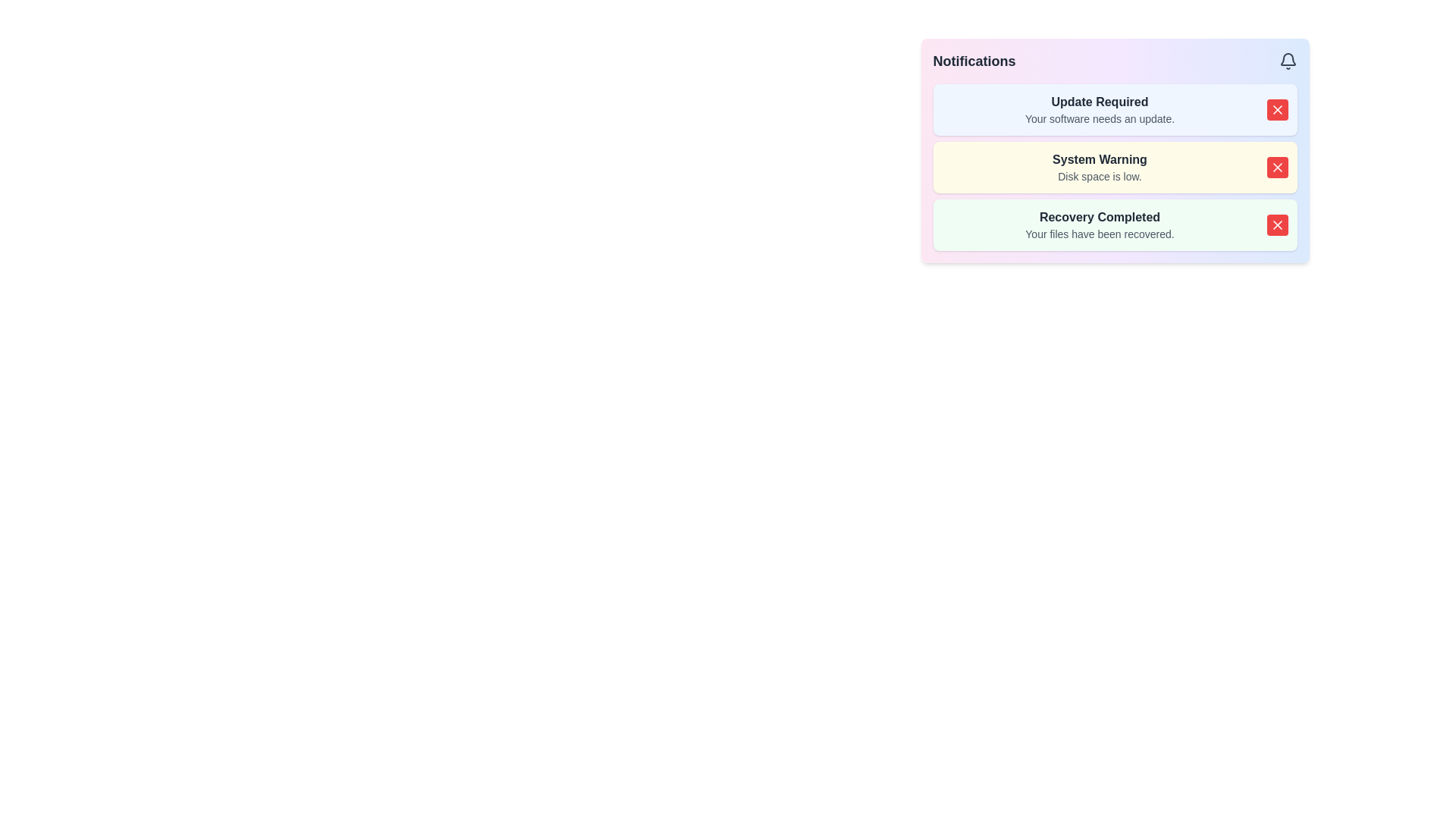 The width and height of the screenshot is (1456, 819). Describe the element at coordinates (1276, 225) in the screenshot. I see `the close button of the 'Recovery Completed' notification card, which is located in the top-right corner of the notifications panel` at that location.